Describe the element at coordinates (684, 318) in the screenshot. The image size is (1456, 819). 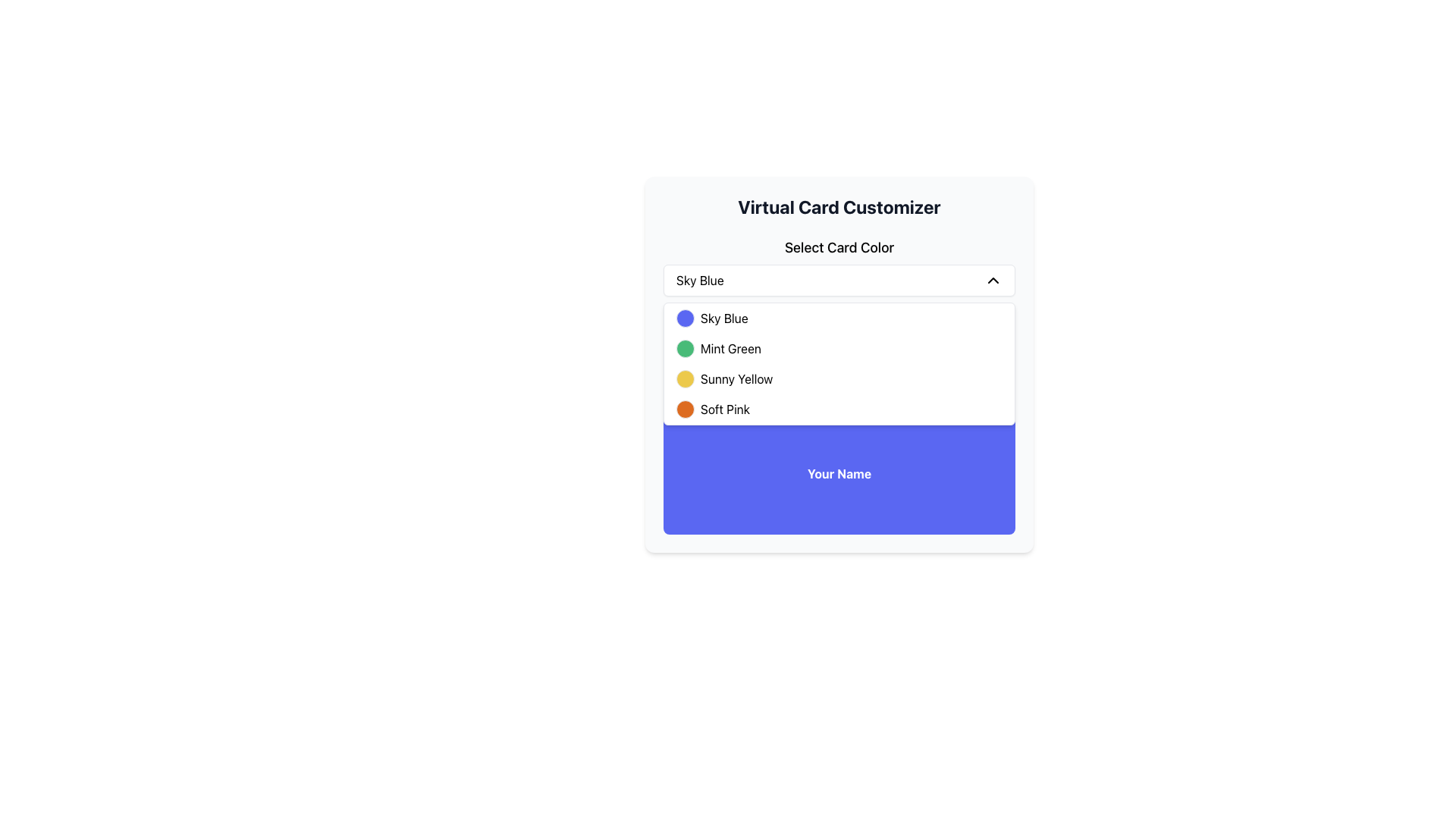
I see `the 'Sky Blue' decorative color indicator in the dropdown menu titled 'Select Card Color'` at that location.